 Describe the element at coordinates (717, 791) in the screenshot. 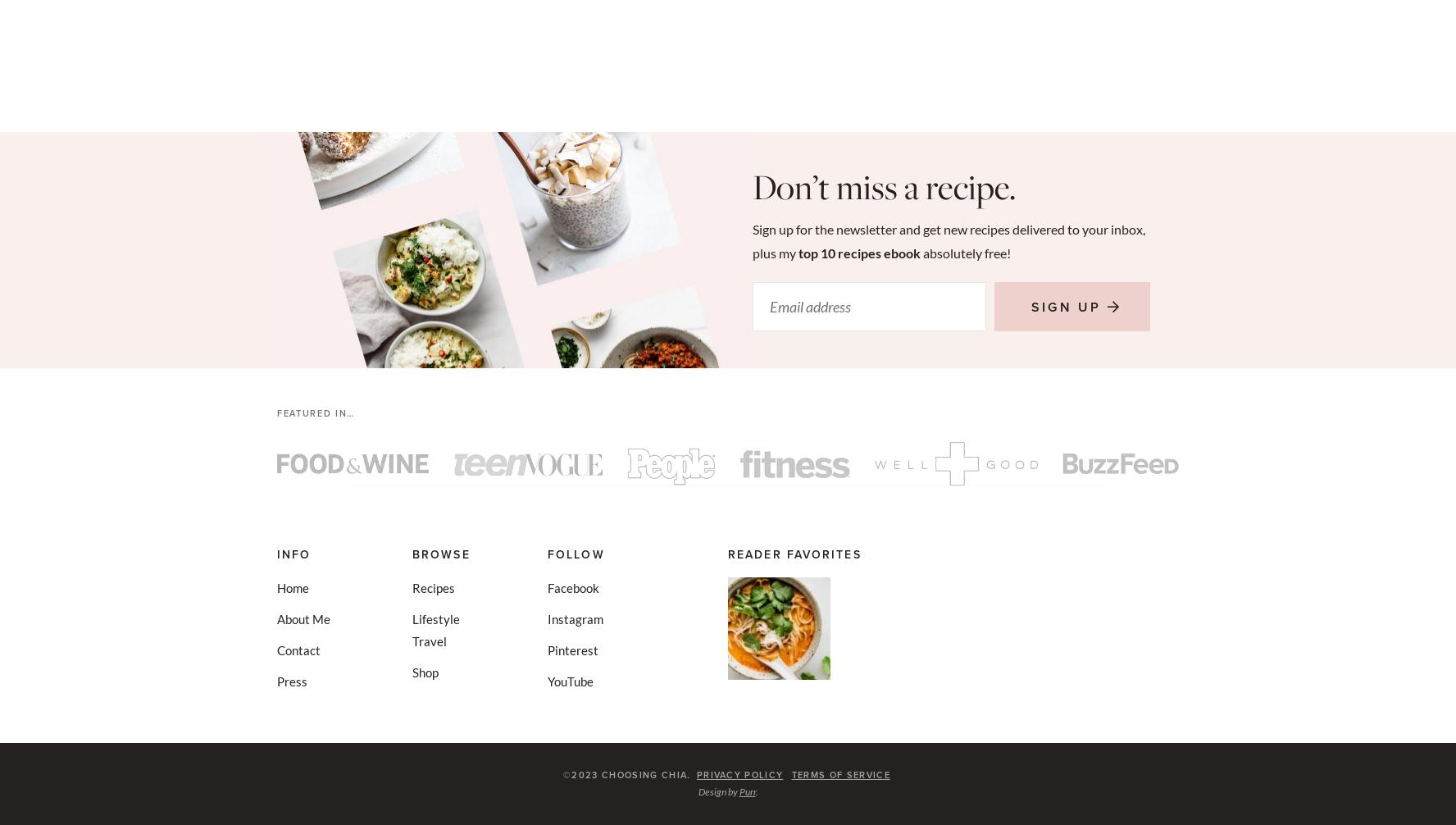

I see `'Design by'` at that location.